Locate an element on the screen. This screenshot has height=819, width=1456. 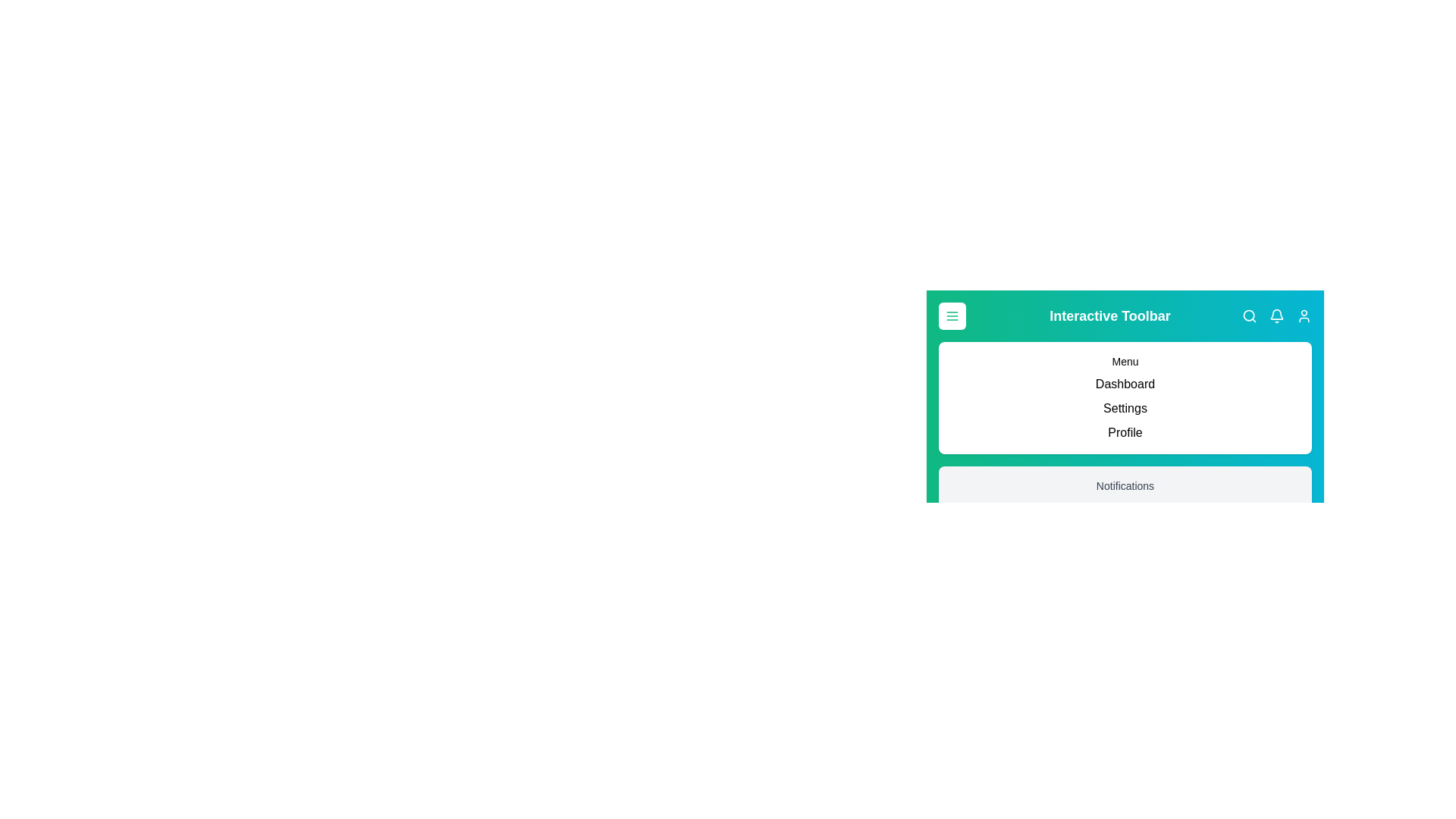
menu toggle button to toggle the menu visibility is located at coordinates (952, 315).